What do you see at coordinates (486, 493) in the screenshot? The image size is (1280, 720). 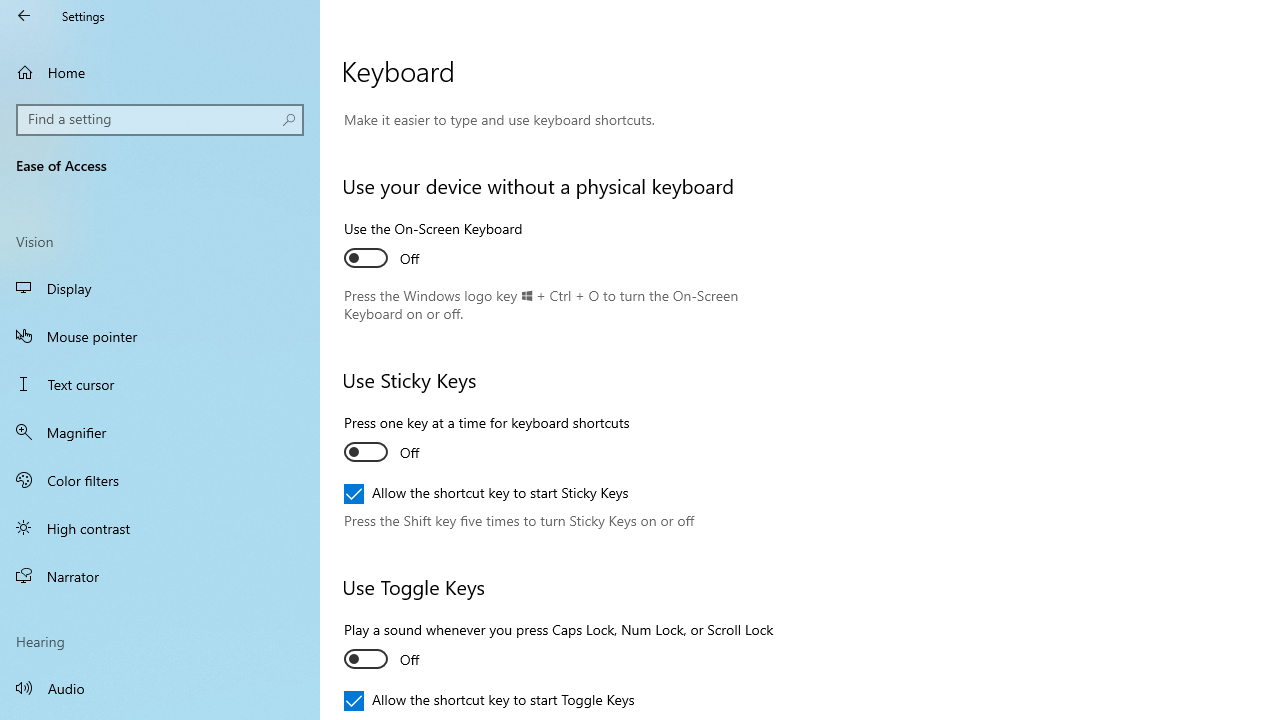 I see `'Allow the shortcut key to start Sticky Keys'` at bounding box center [486, 493].